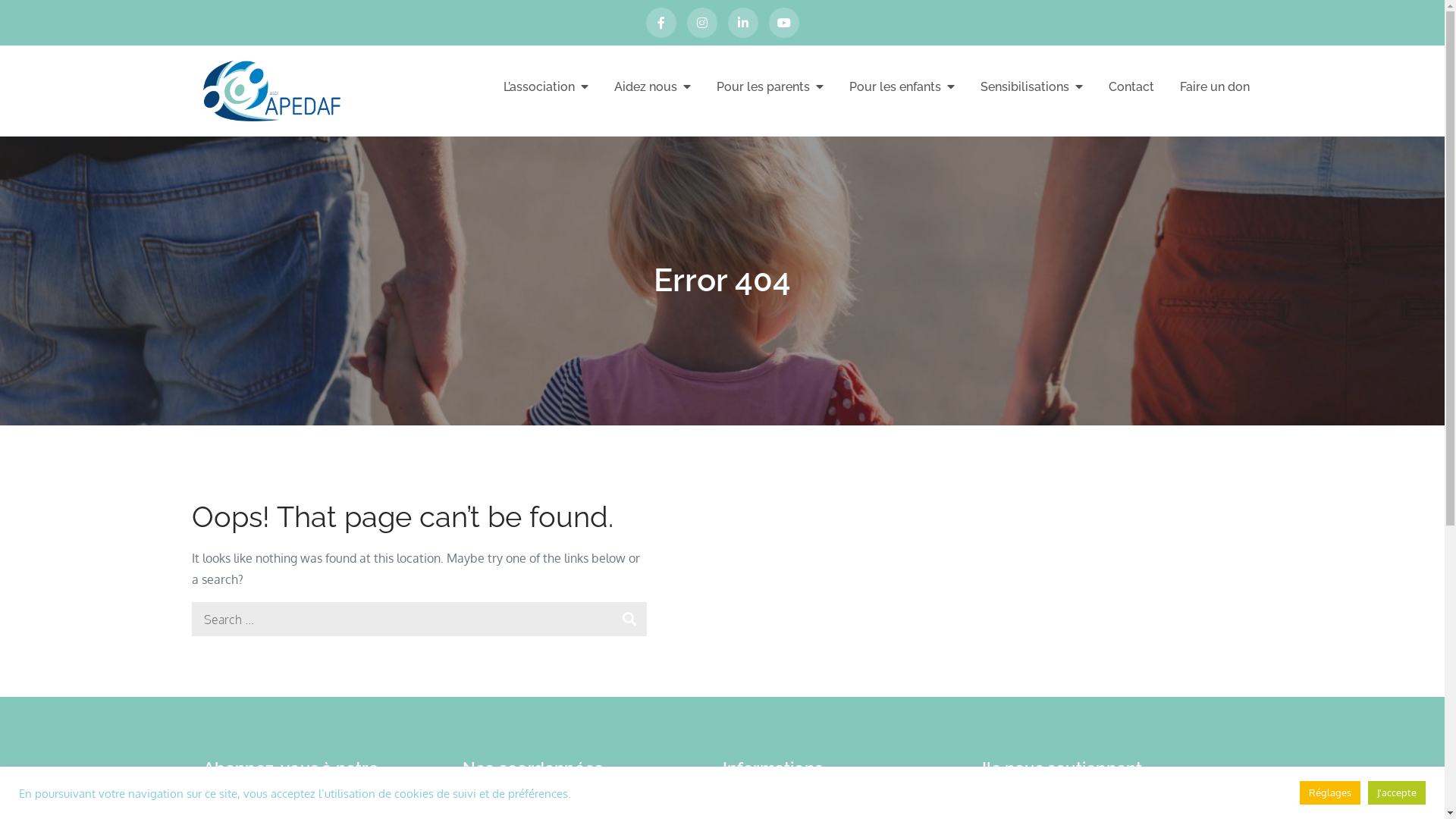 The height and width of the screenshot is (819, 1456). What do you see at coordinates (652, 86) in the screenshot?
I see `'Aidez nous'` at bounding box center [652, 86].